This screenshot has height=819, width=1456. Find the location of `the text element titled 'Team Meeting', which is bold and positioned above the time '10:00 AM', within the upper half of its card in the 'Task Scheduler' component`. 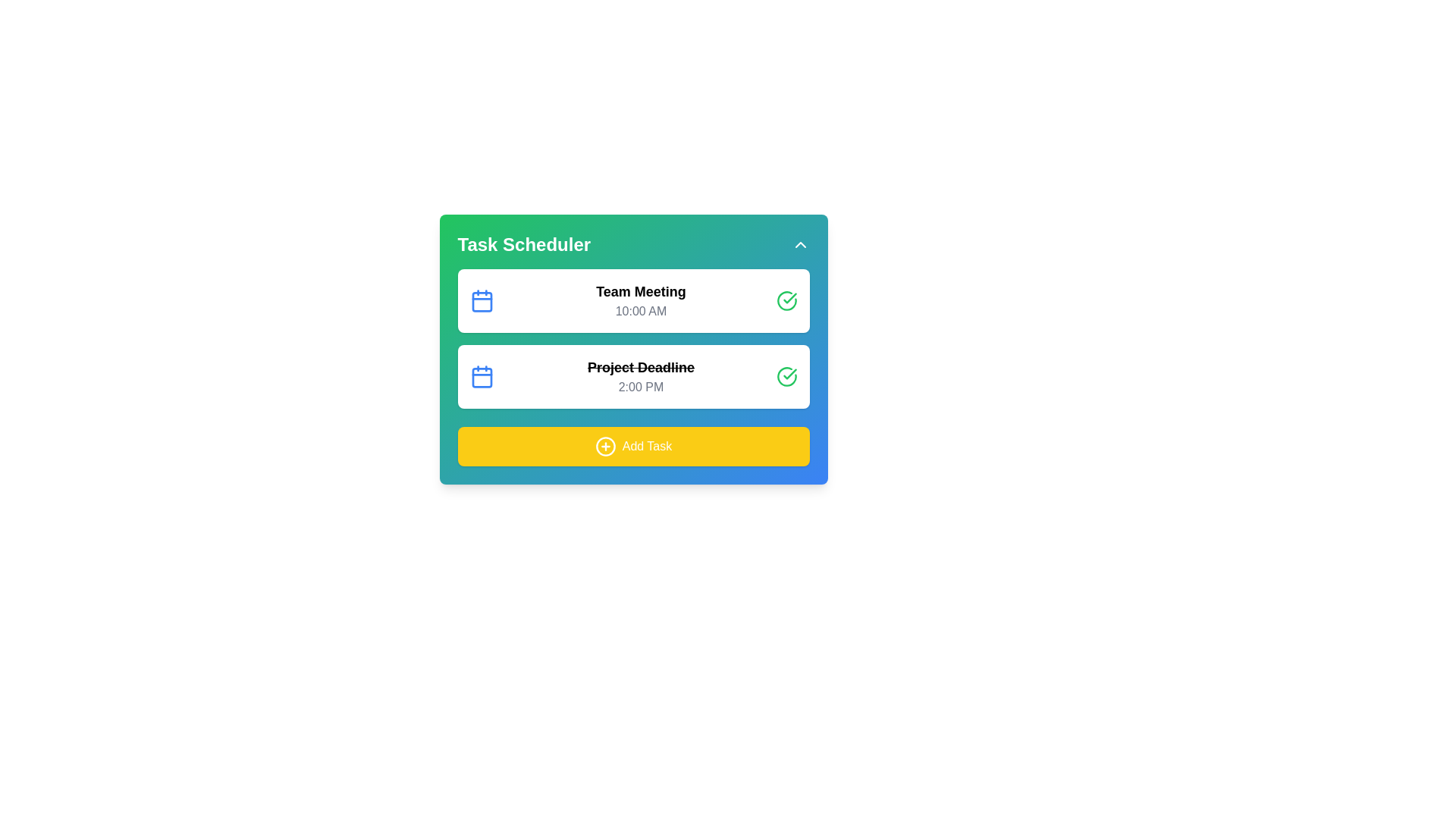

the text element titled 'Team Meeting', which is bold and positioned above the time '10:00 AM', within the upper half of its card in the 'Task Scheduler' component is located at coordinates (641, 301).